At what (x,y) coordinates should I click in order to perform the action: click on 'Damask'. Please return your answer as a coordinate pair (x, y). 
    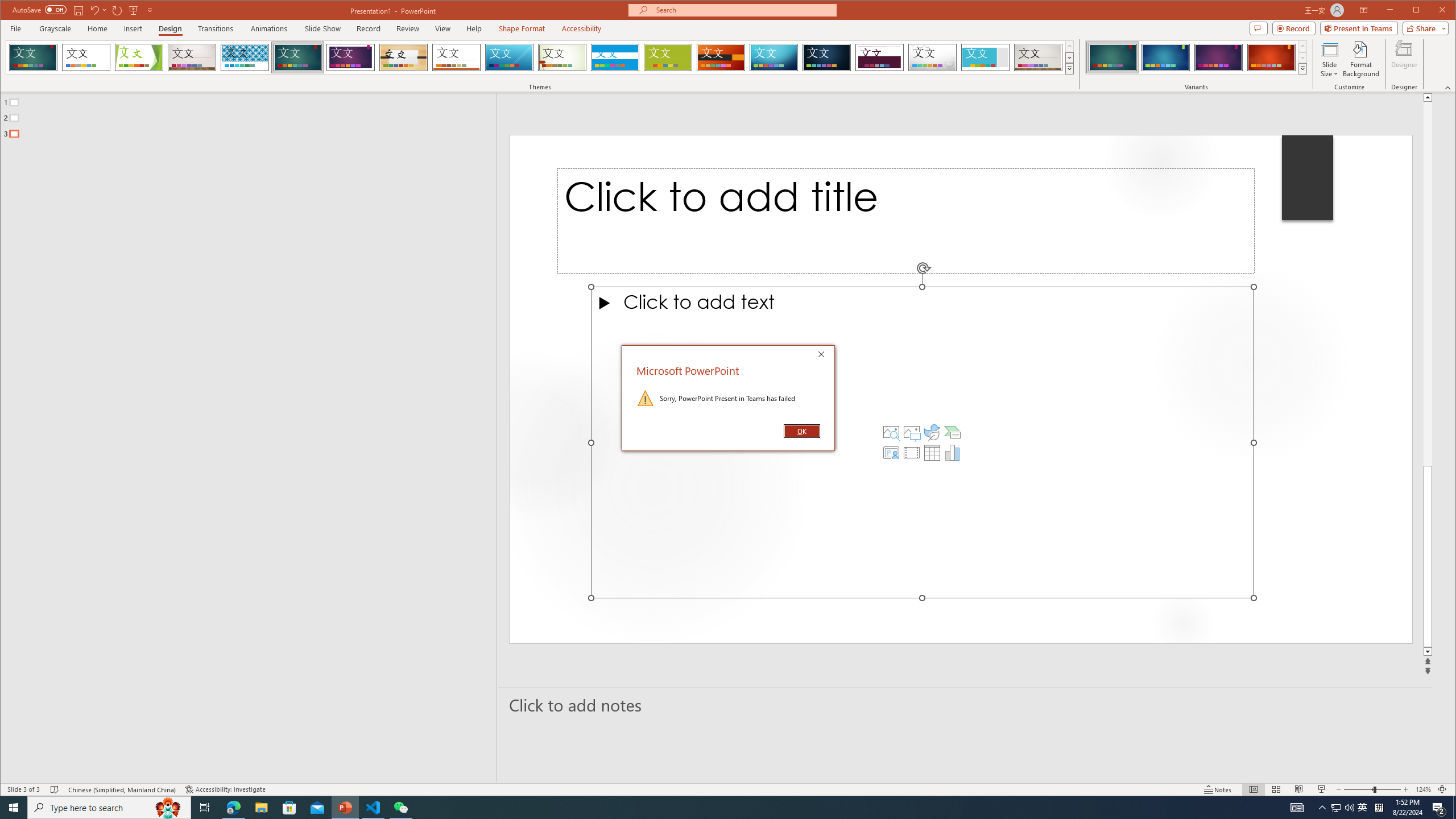
    Looking at the image, I should click on (827, 57).